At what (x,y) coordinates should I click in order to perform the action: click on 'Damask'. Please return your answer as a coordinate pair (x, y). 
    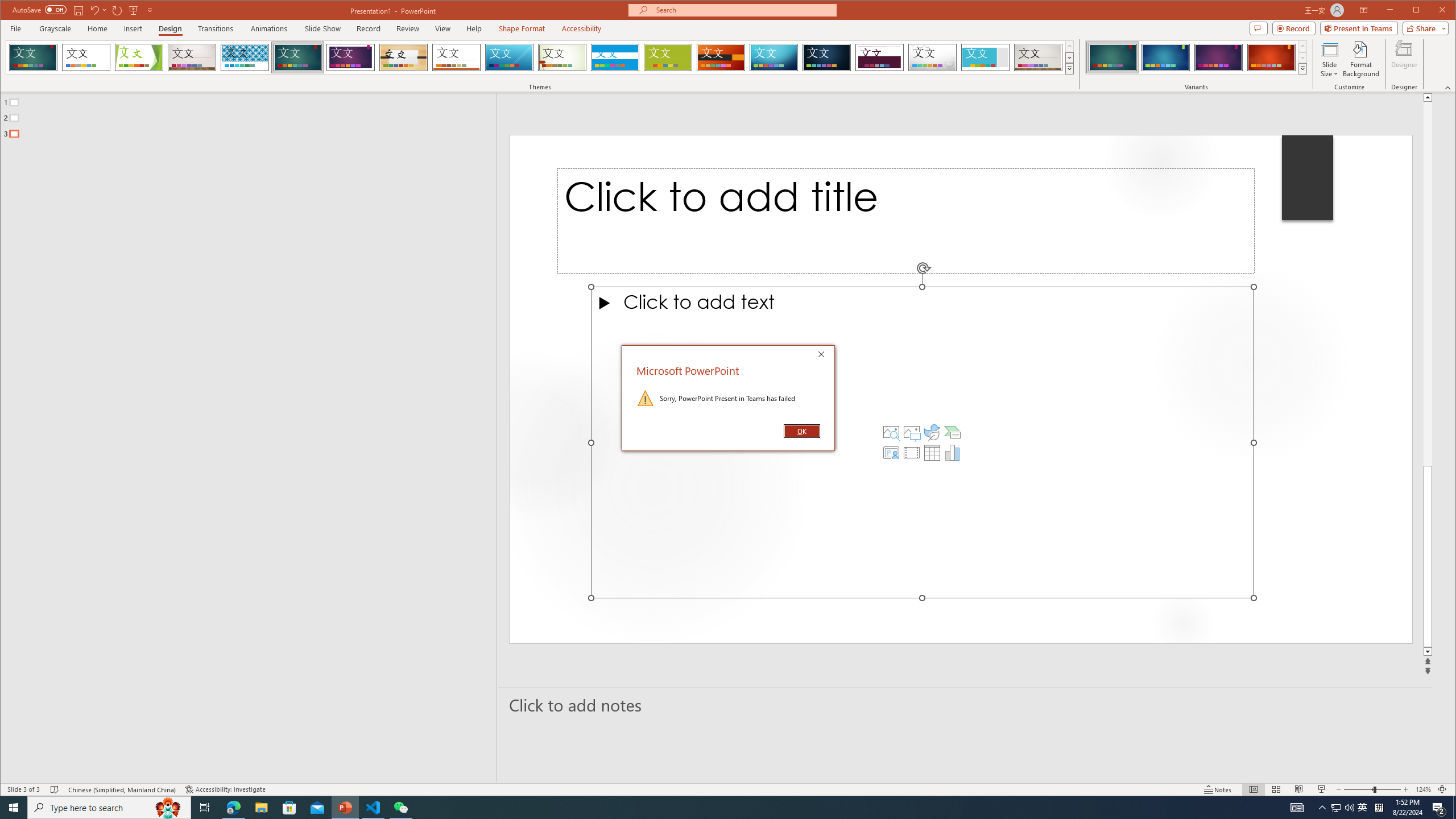
    Looking at the image, I should click on (827, 57).